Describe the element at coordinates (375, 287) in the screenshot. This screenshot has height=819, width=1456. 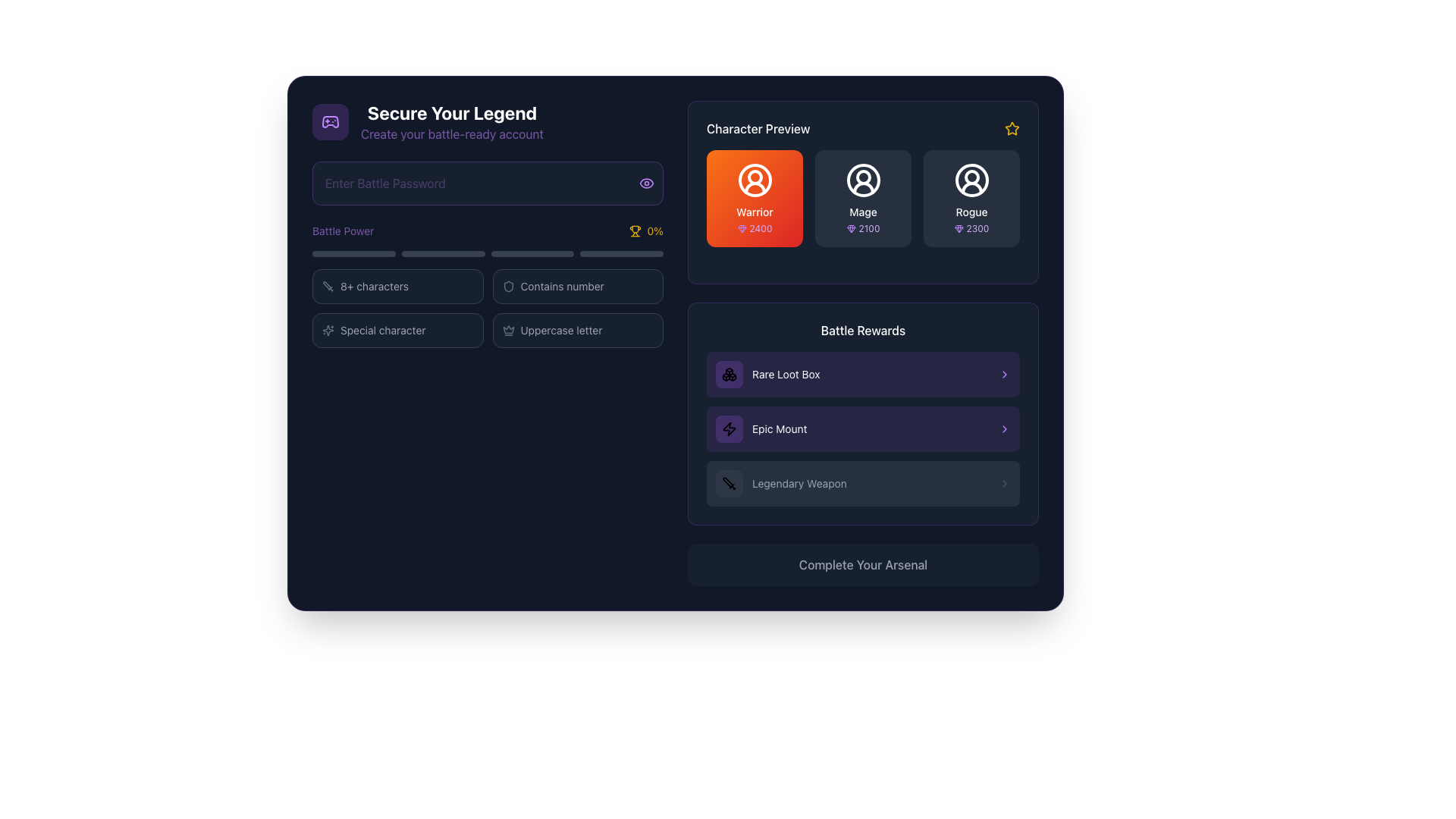
I see `the static text label that indicates the password must contain at least eight characters, which is the final textual component in the password criteria indicators` at that location.